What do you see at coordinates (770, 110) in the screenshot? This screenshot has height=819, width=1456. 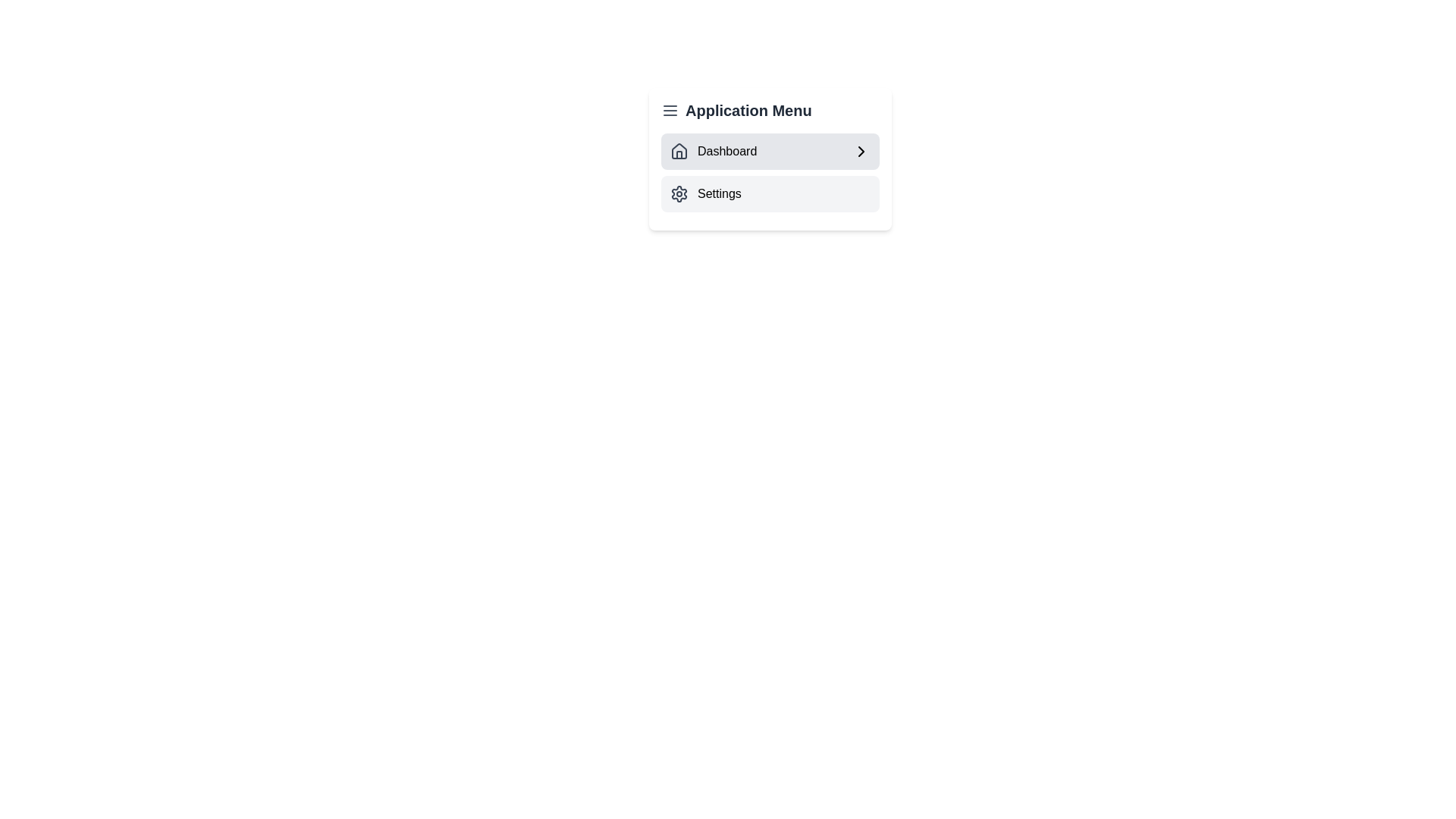 I see `the text label 'Application Menu' which is styled in bold, large font and positioned at the top of a navigation panel` at bounding box center [770, 110].